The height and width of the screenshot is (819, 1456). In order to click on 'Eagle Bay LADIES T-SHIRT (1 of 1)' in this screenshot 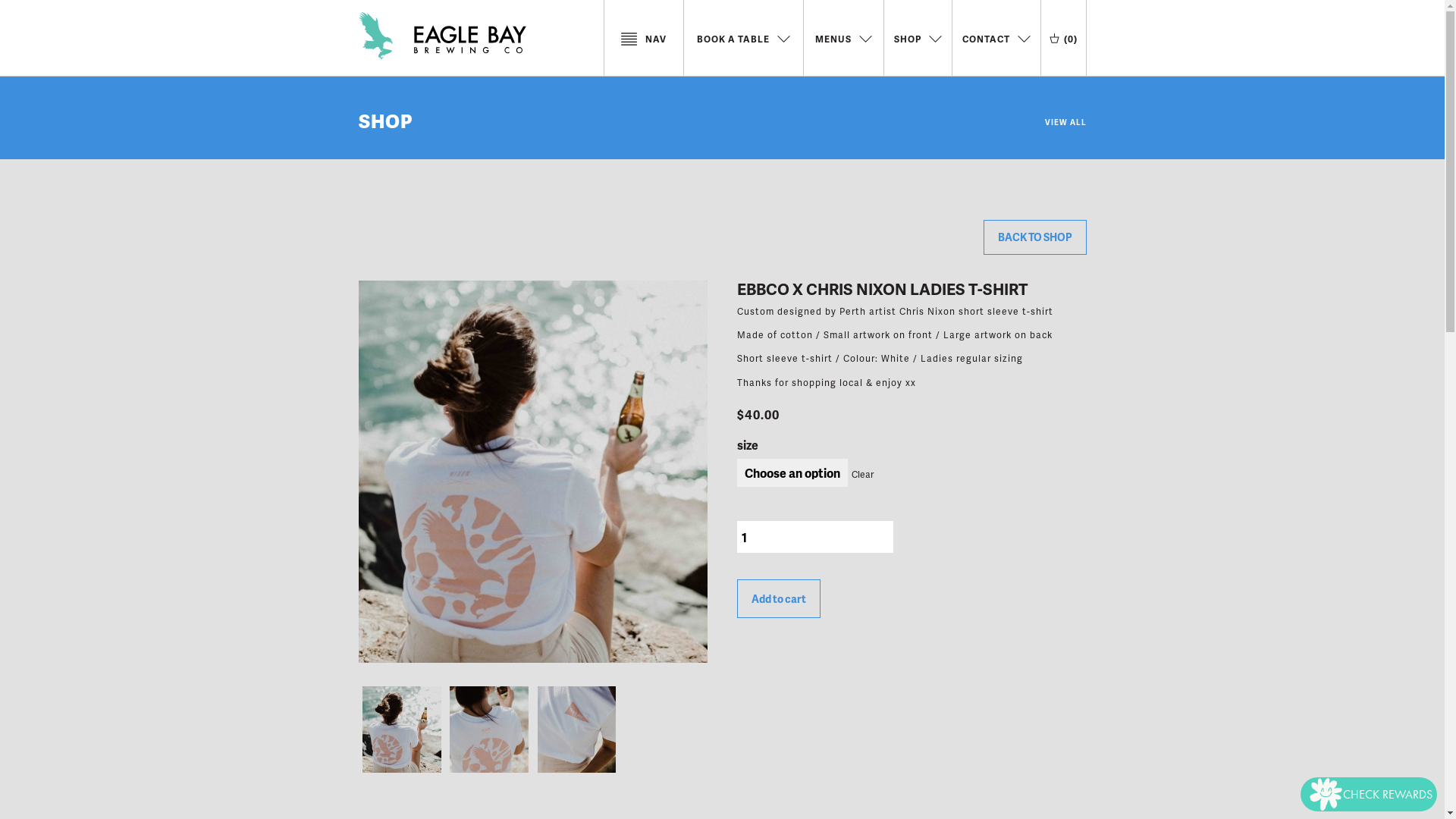, I will do `click(401, 728)`.